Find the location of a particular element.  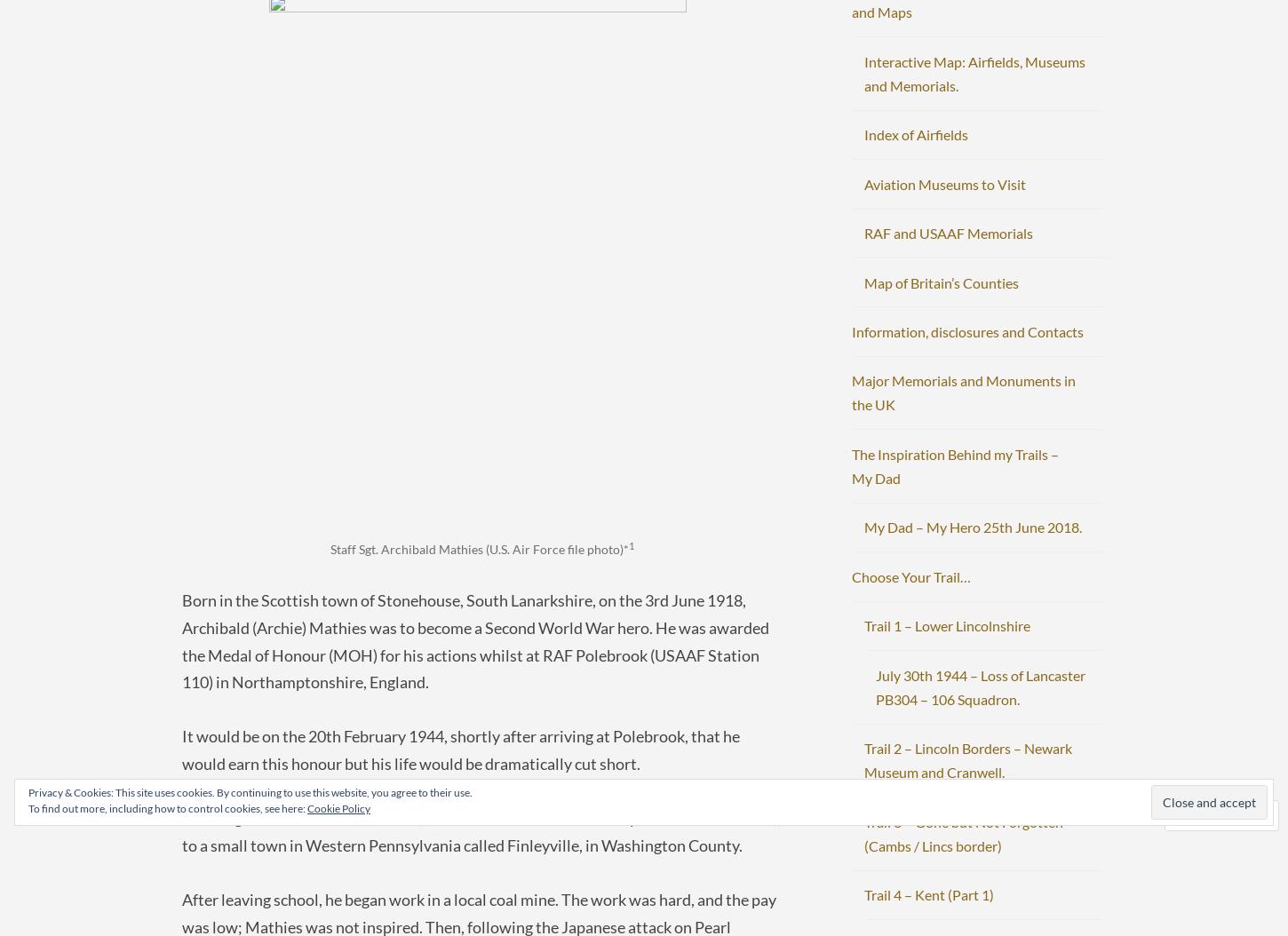

'Staff Sgt. Archibald Mathies (U.S. Air Force file photo)*' is located at coordinates (330, 548).